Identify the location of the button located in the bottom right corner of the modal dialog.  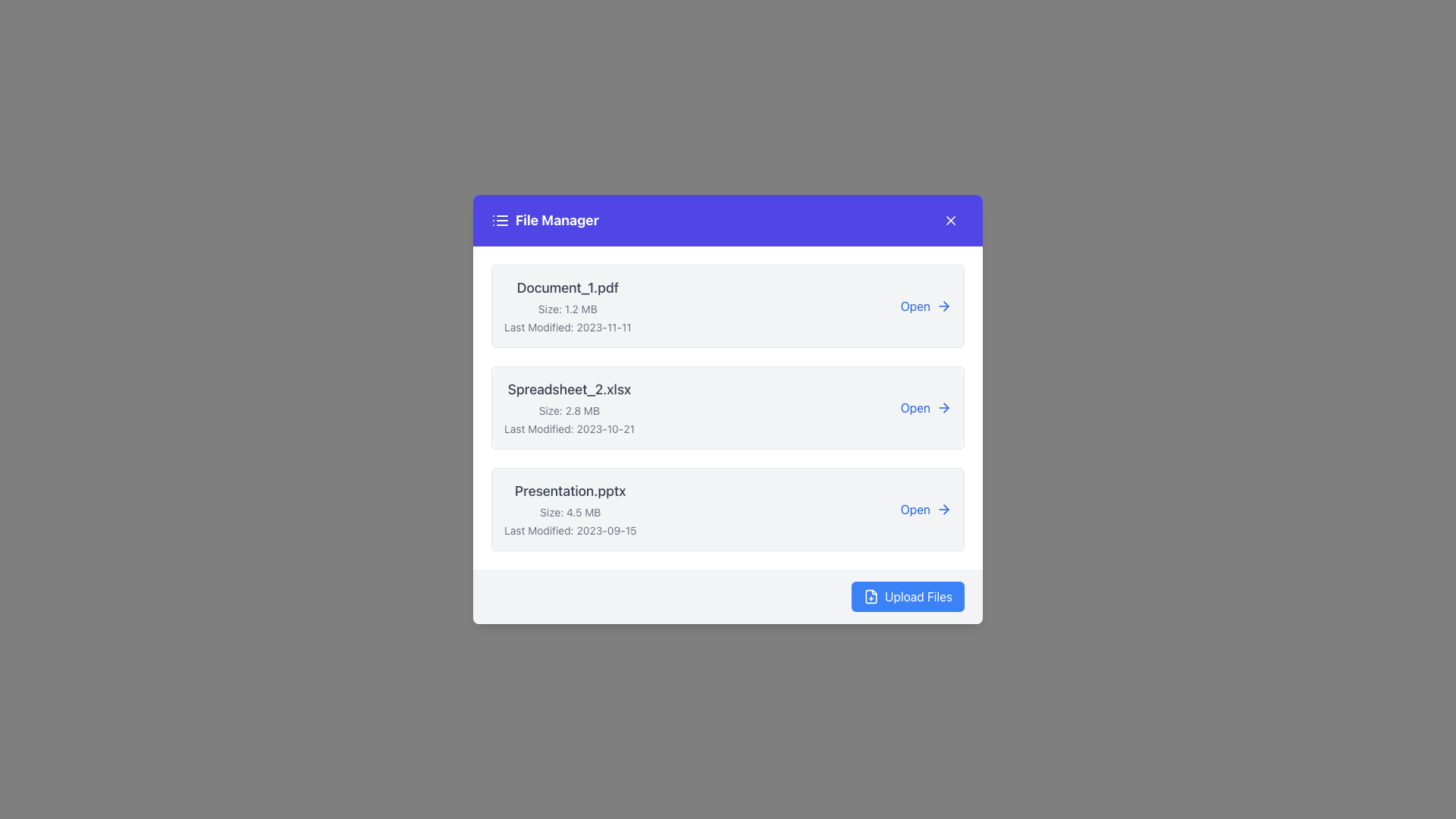
(871, 595).